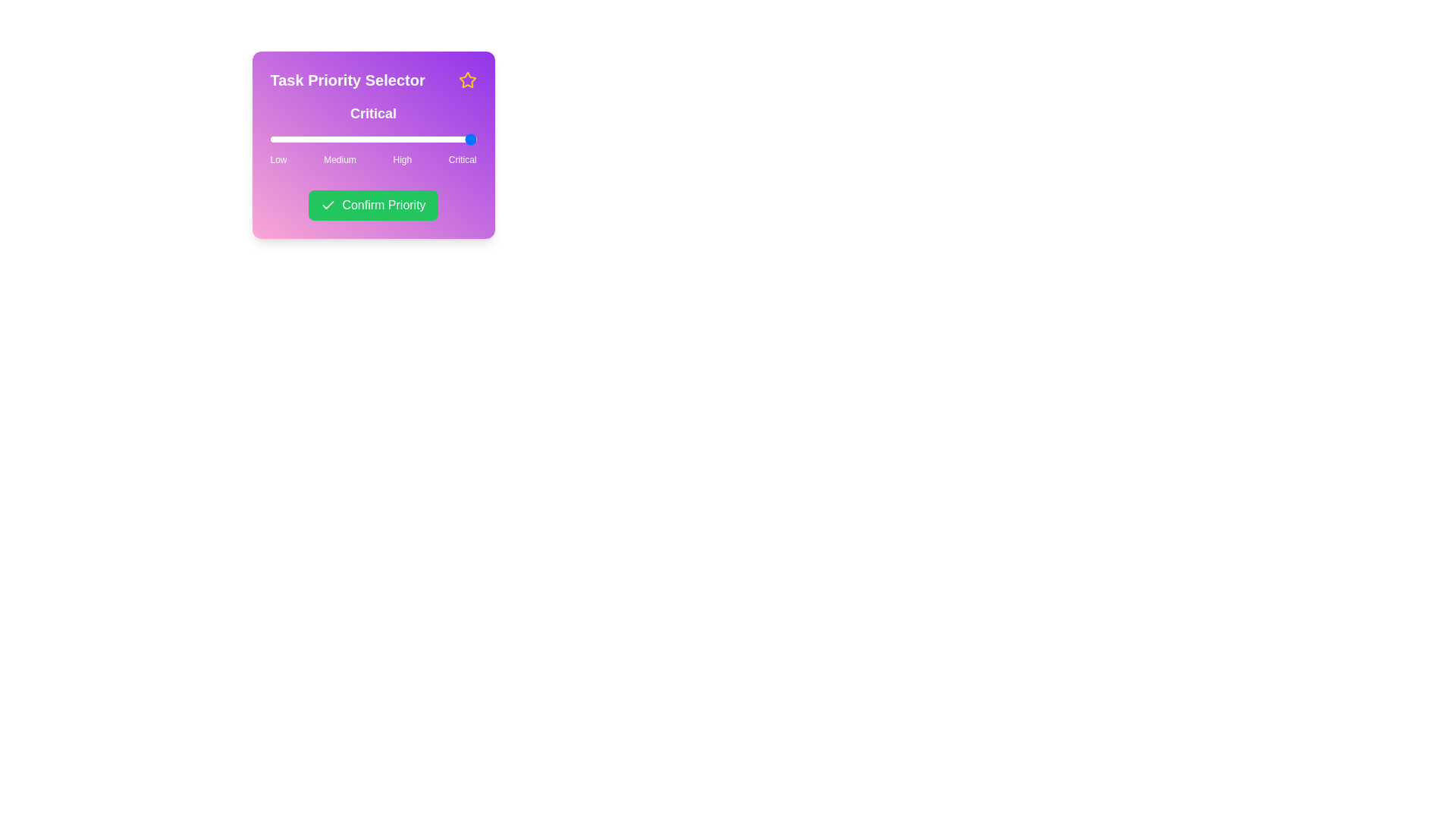 This screenshot has width=1456, height=819. Describe the element at coordinates (466, 80) in the screenshot. I see `the star-shaped icon located at the top-right corner of the 'Task Priority Selector' card` at that location.